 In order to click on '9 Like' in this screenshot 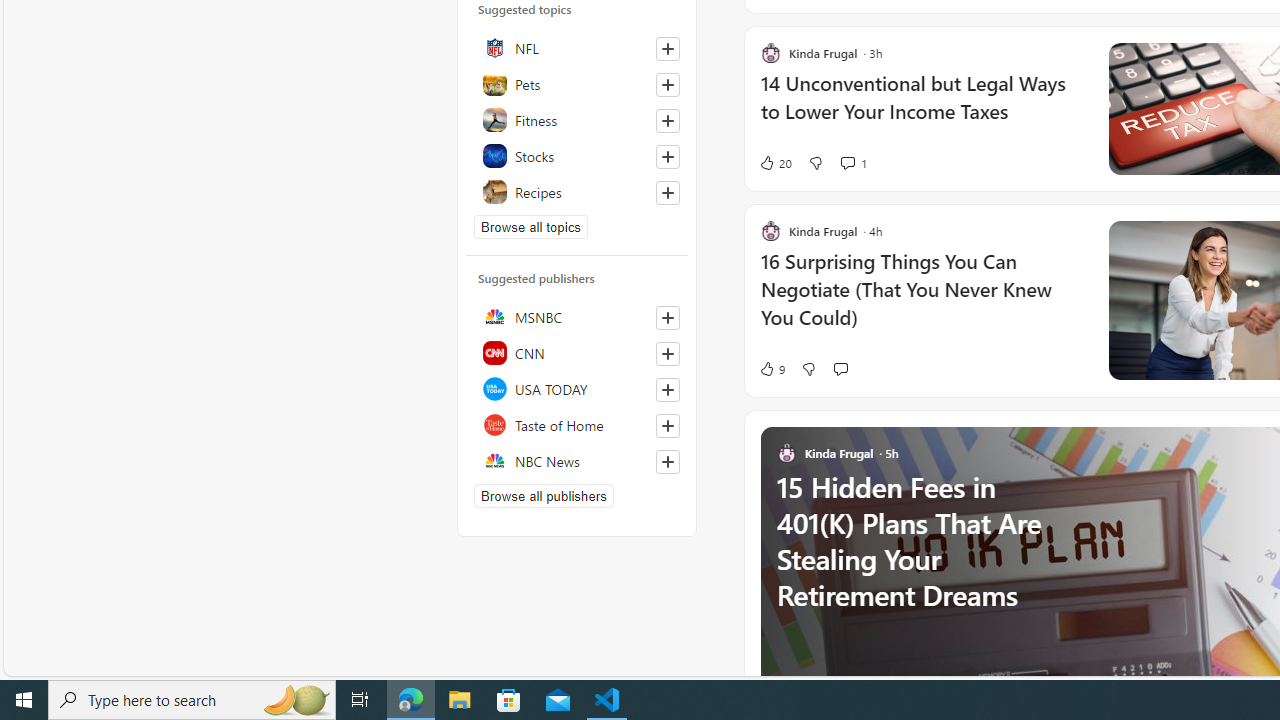, I will do `click(770, 368)`.